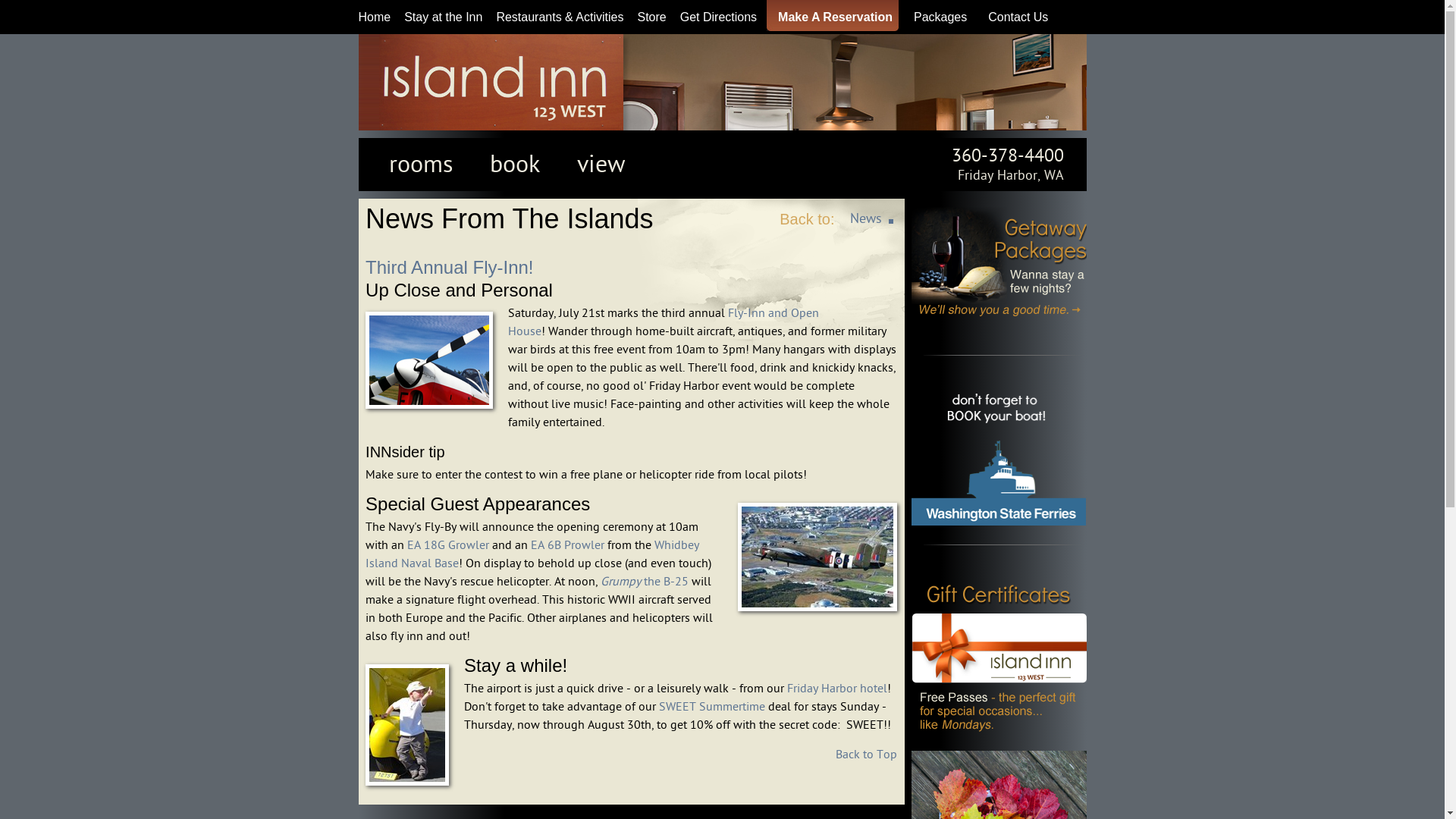 The height and width of the screenshot is (819, 1456). What do you see at coordinates (1007, 155) in the screenshot?
I see `'360-378-4400'` at bounding box center [1007, 155].